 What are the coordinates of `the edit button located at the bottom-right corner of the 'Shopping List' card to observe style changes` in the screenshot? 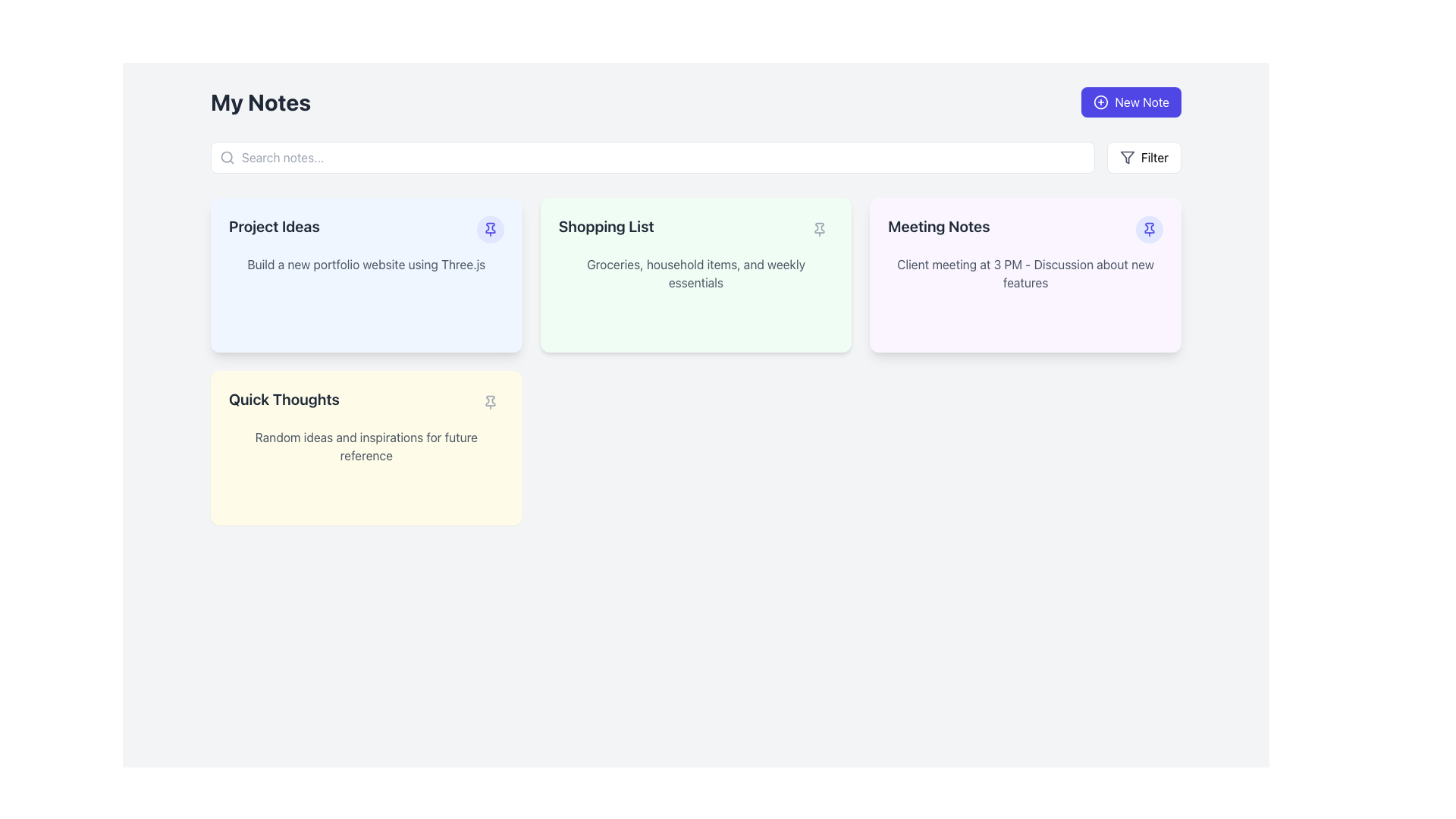 It's located at (790, 321).